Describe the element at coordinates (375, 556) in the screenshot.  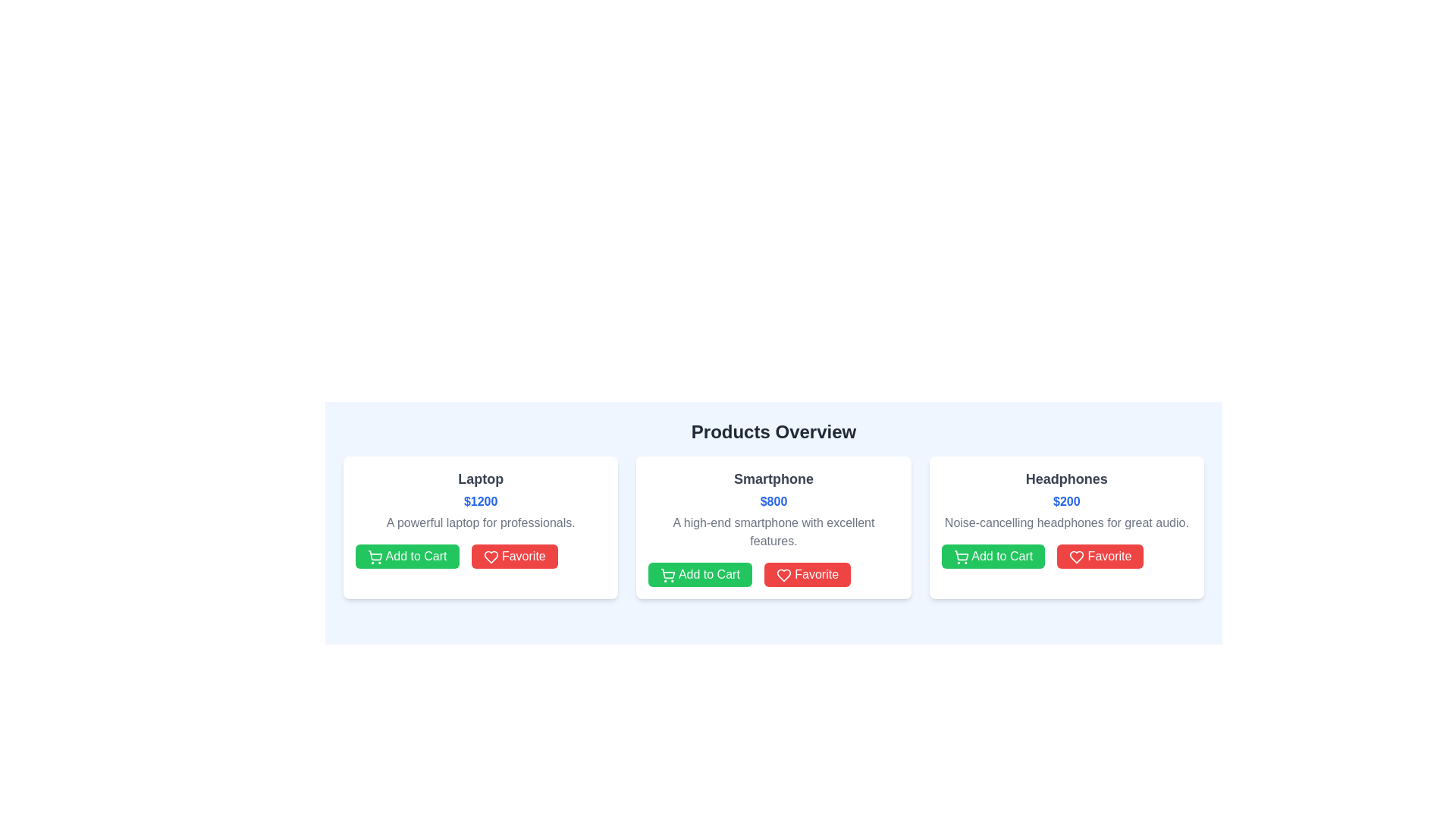
I see `the green 'Add to Cart' button that contains the shopping cart icon` at that location.